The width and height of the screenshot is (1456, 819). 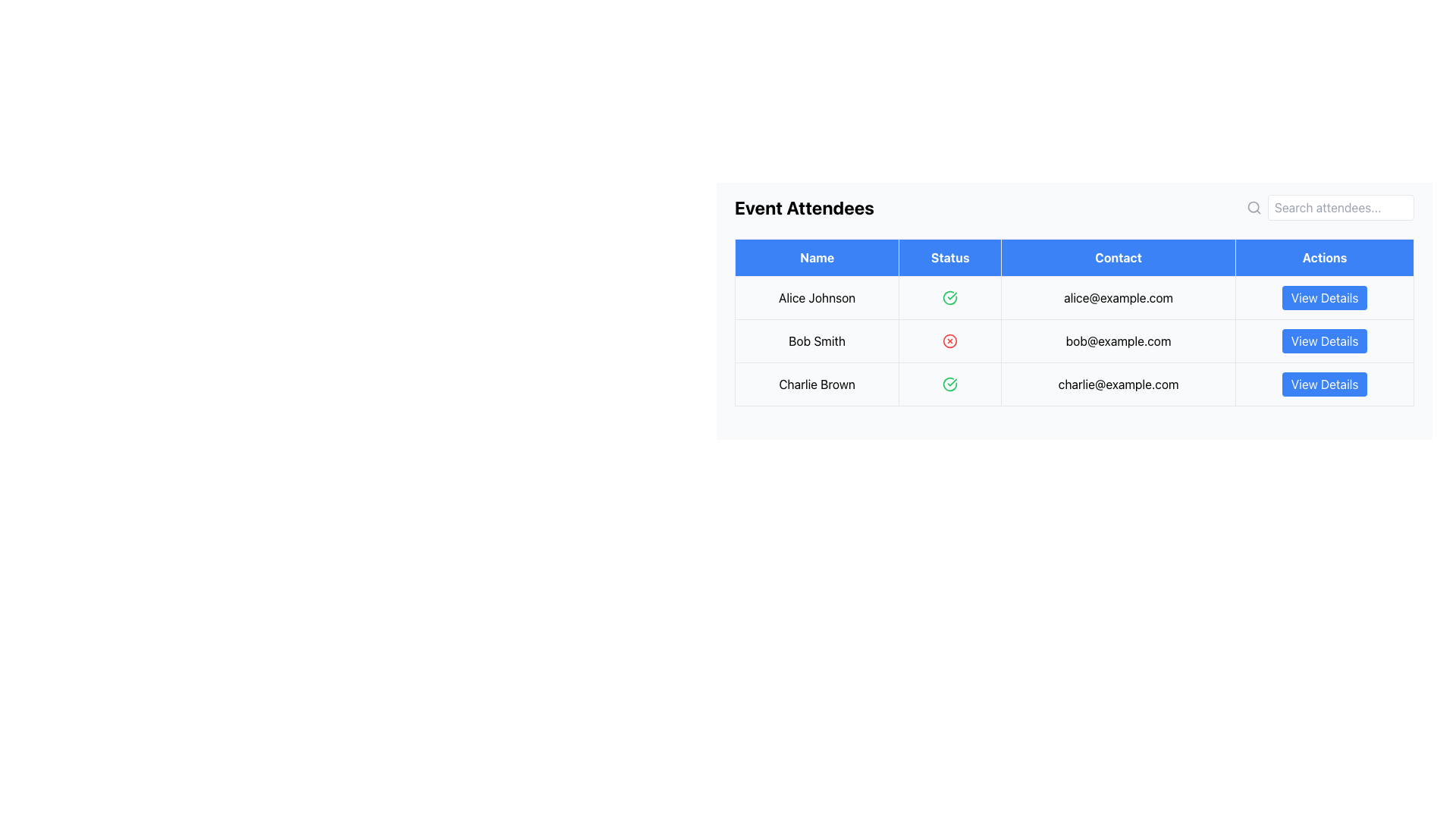 What do you see at coordinates (1324, 298) in the screenshot?
I see `the 'View Details' button located in the 'Actions' column of the table for the contact 'alice@example.com' to visualize the hover effect` at bounding box center [1324, 298].